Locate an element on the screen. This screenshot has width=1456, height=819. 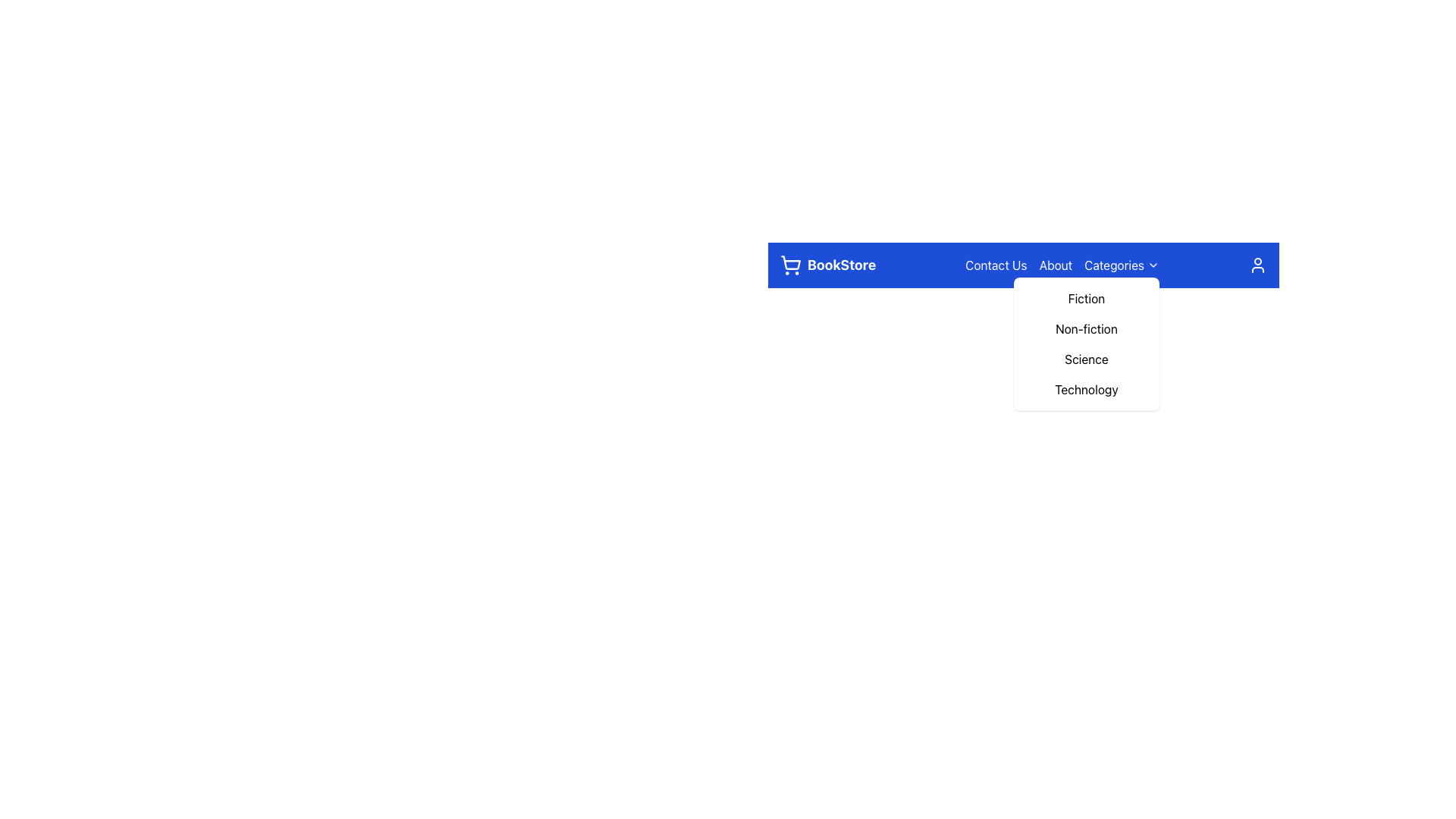
the shopping cart icon located in the upper-left corner of the blue navigation bar, which is part of the group containing the 'BookStore' text is located at coordinates (789, 262).